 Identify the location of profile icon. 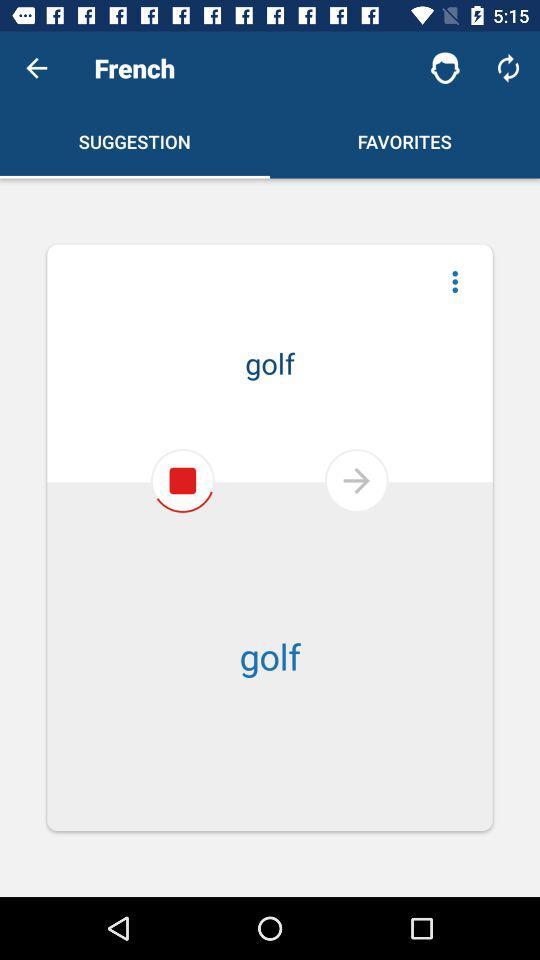
(445, 68).